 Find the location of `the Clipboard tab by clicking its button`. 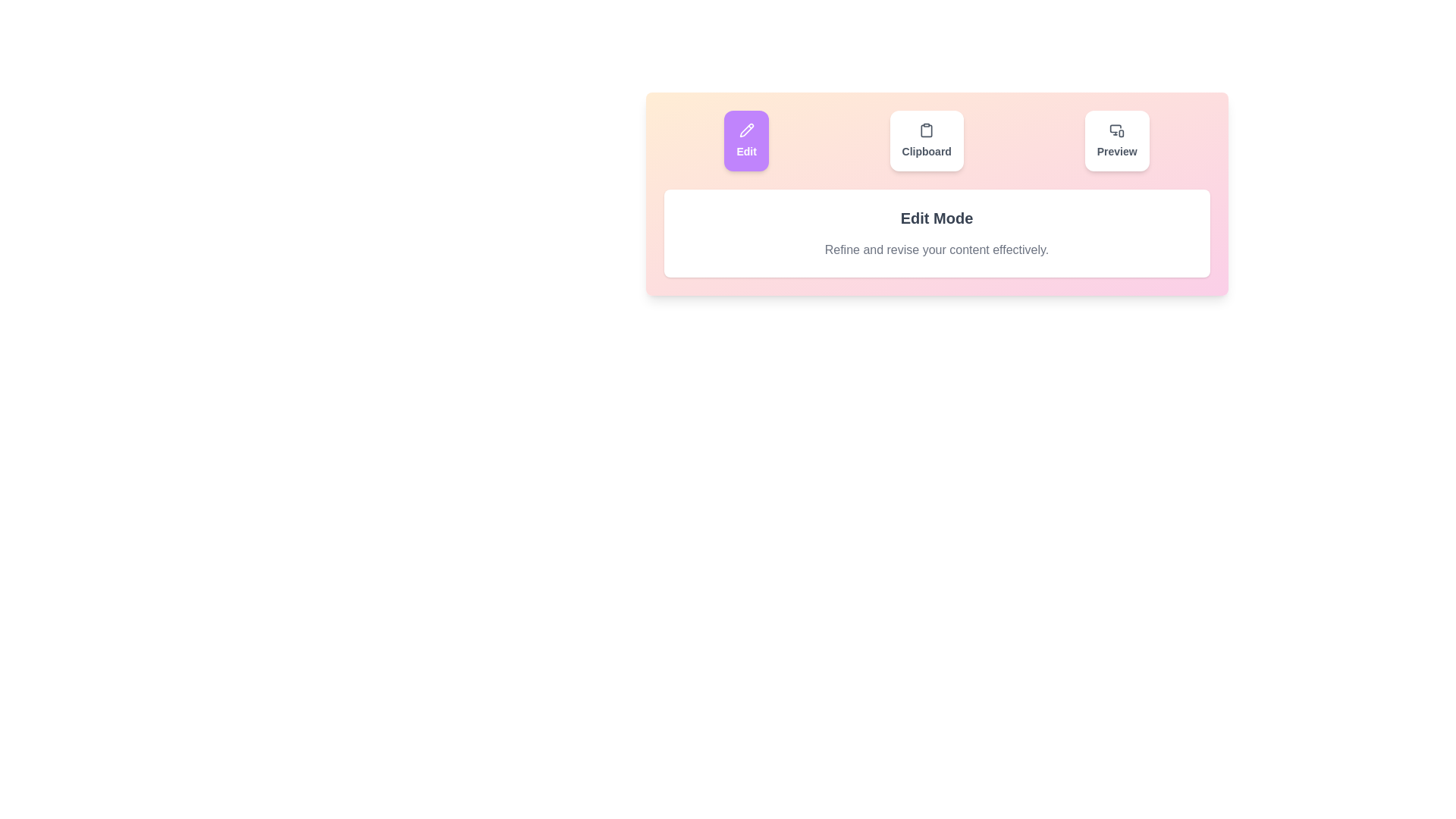

the Clipboard tab by clicking its button is located at coordinates (926, 140).